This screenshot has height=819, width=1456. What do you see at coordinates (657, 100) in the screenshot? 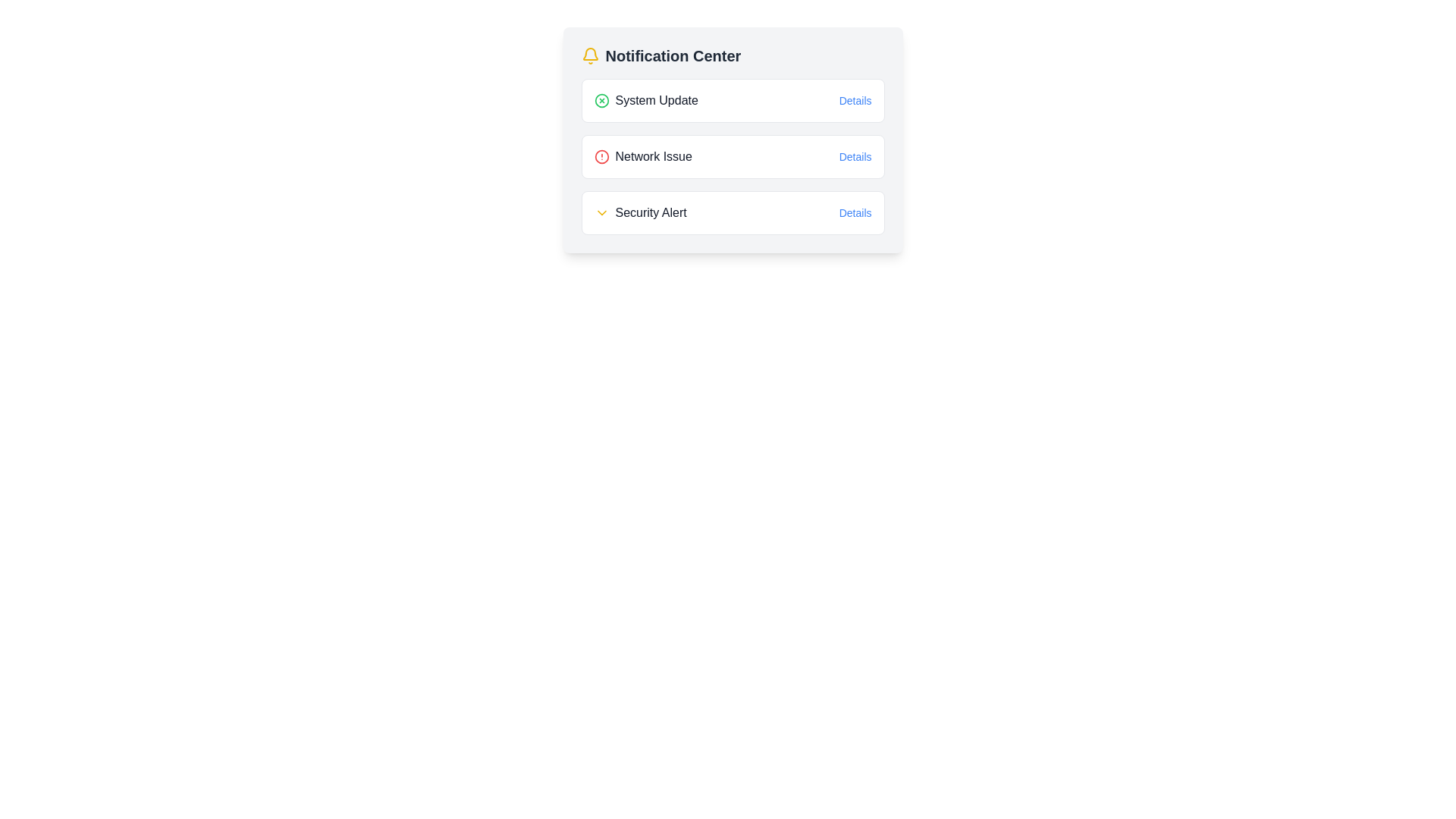
I see `text label that serves as the title for the first notification item in the Notification Center, which is accompanied by a green circular icon to its left` at bounding box center [657, 100].